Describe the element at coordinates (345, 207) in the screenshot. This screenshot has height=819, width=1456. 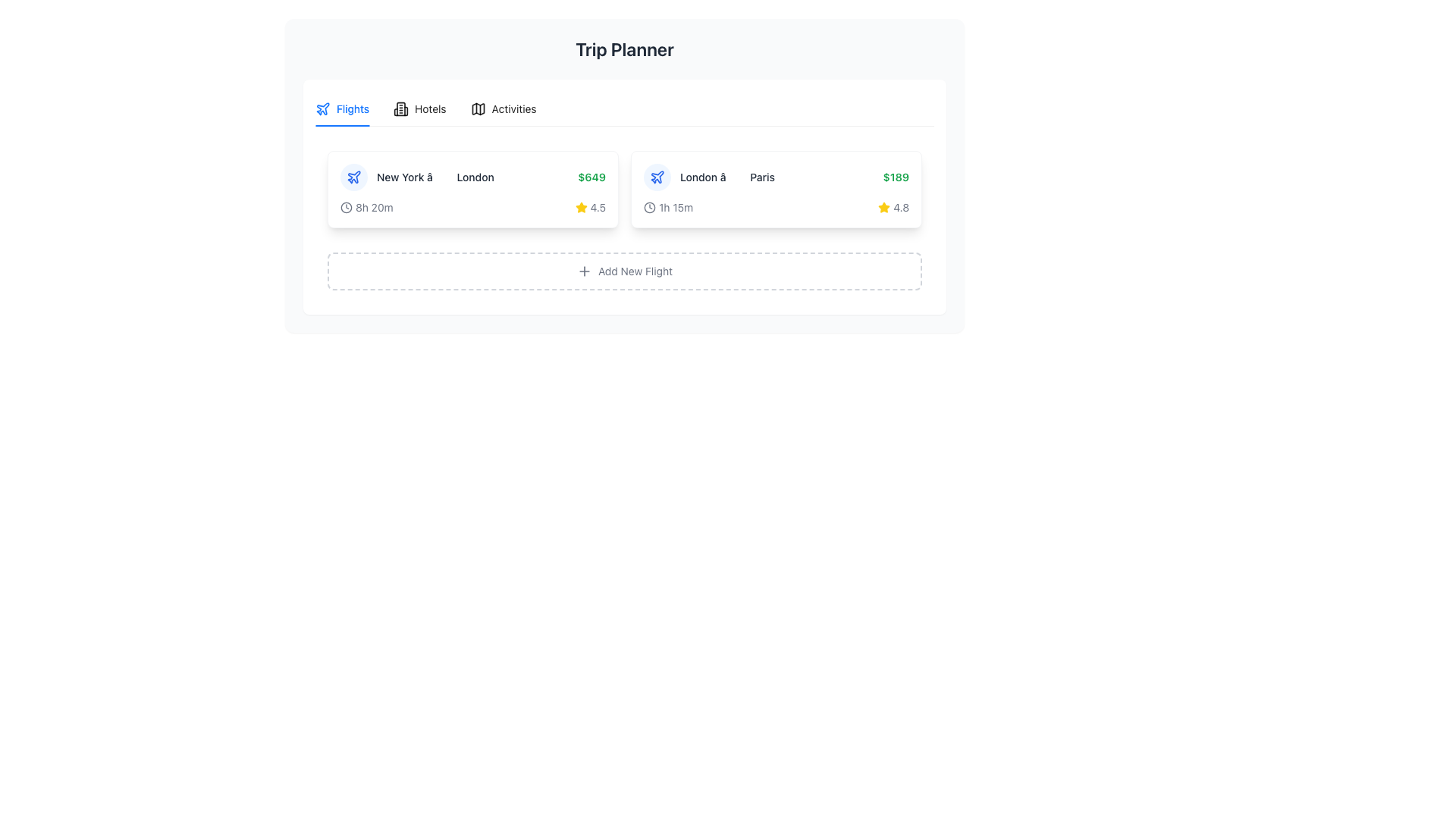
I see `the clock icon representing the flight duration located in the first card of the flight planner interface, adjacent to the text '8h 20m'` at that location.